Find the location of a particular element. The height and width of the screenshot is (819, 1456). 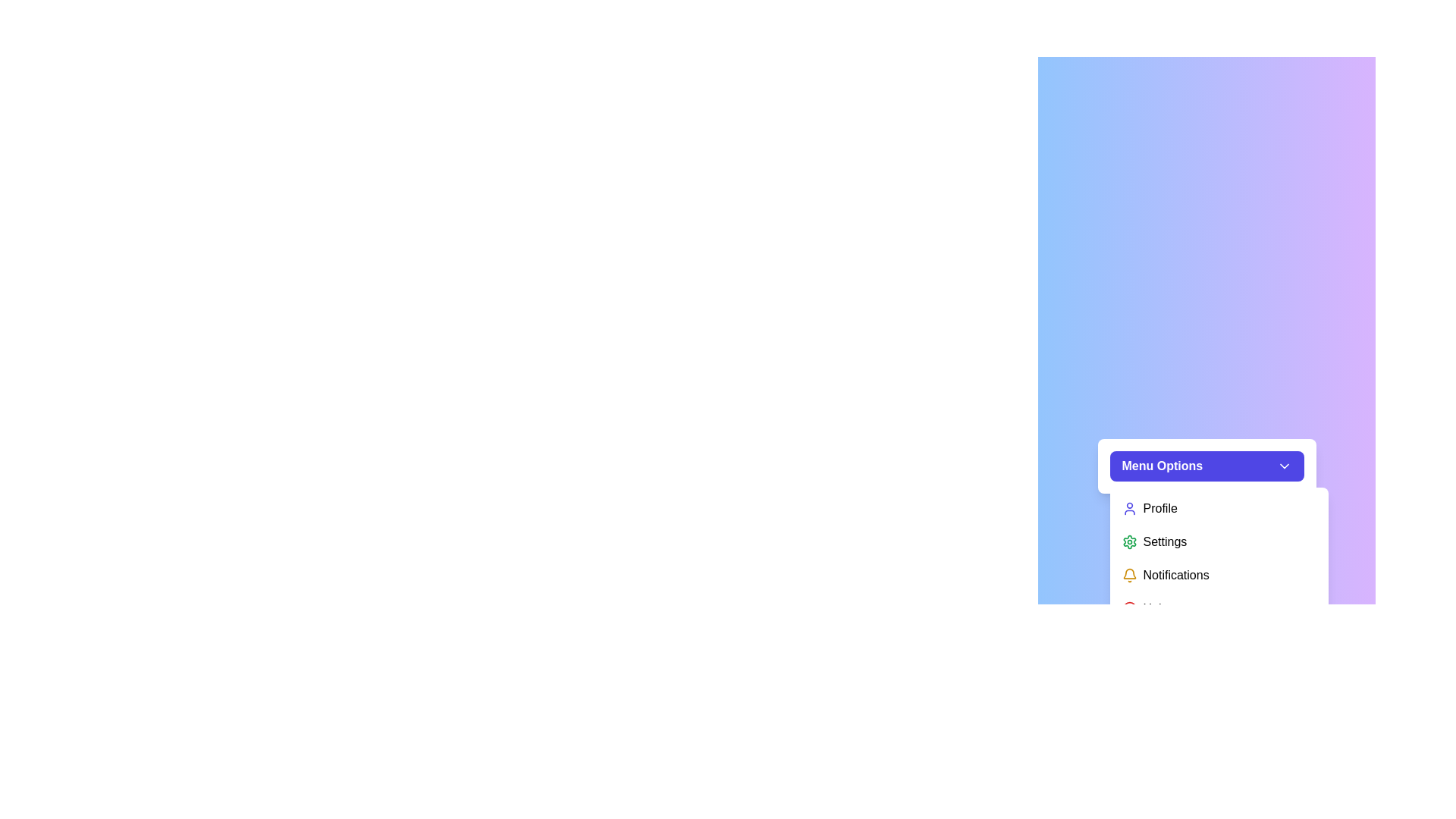

the 'Profile' menu item, which is the first item in the dropdown menu located directly below the 'Menu Options' button is located at coordinates (1219, 509).